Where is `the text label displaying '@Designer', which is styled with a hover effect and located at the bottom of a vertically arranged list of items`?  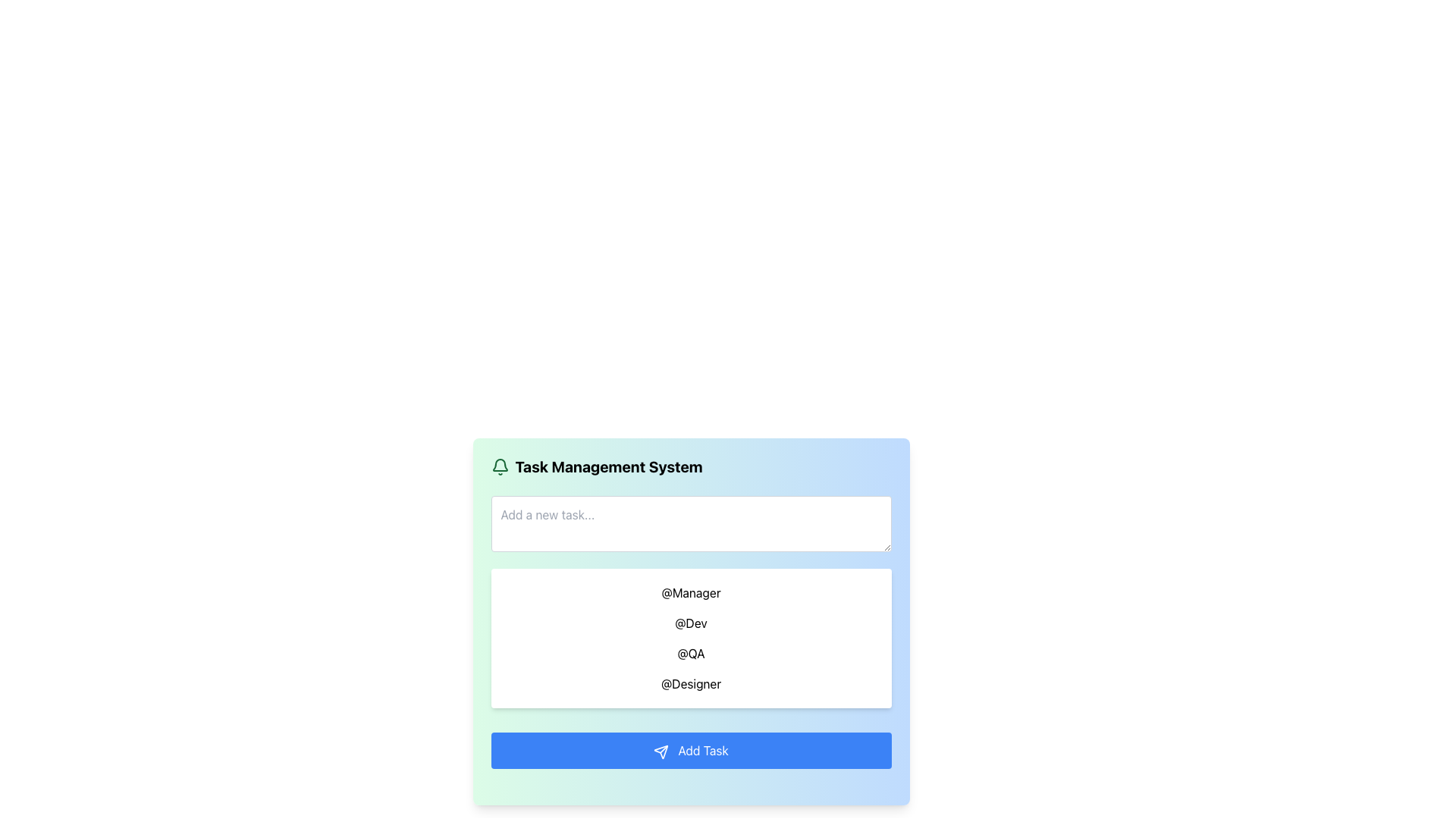
the text label displaying '@Designer', which is styled with a hover effect and located at the bottom of a vertically arranged list of items is located at coordinates (690, 684).